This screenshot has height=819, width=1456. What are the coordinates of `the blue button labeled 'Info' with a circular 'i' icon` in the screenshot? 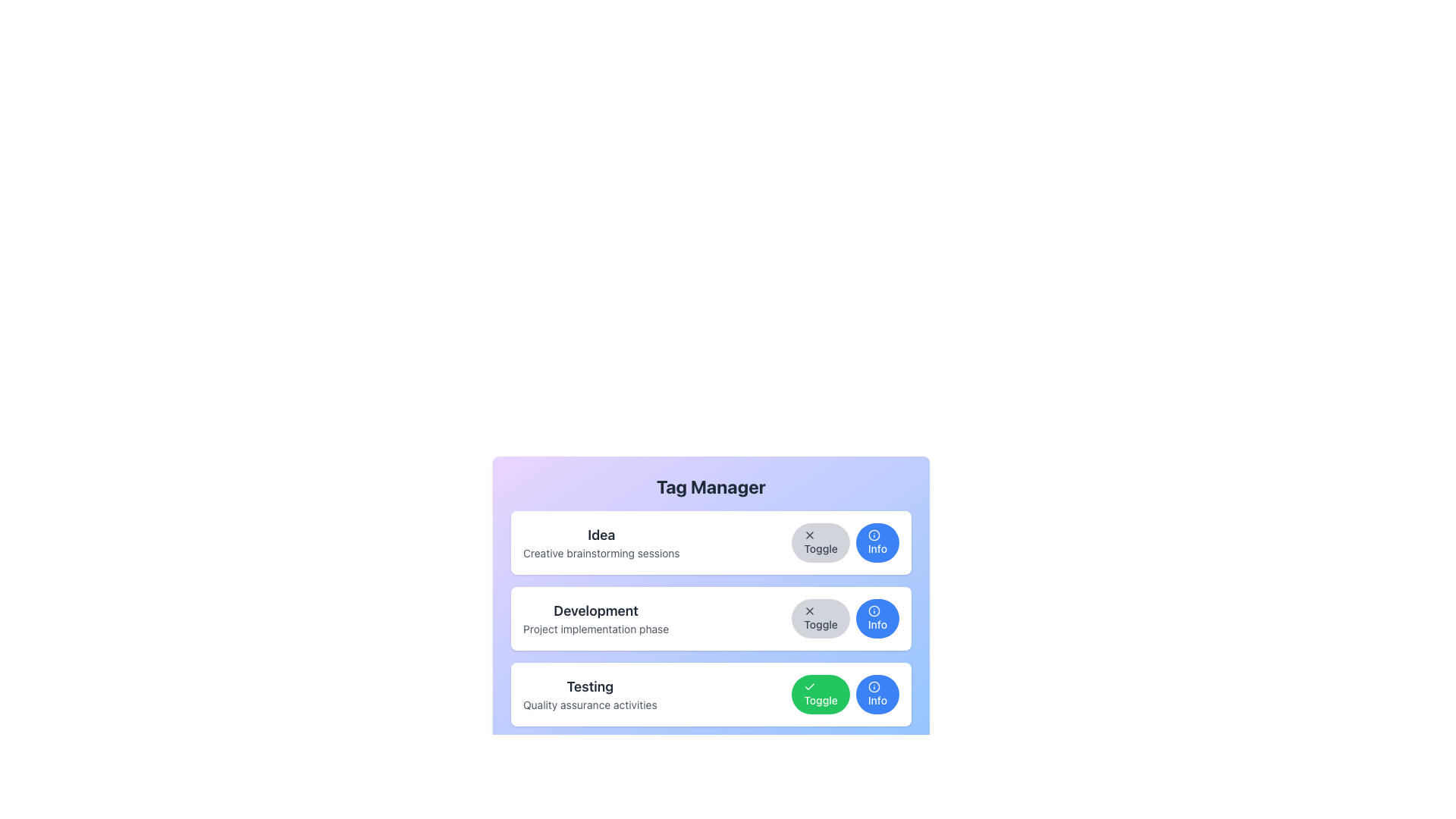 It's located at (877, 619).